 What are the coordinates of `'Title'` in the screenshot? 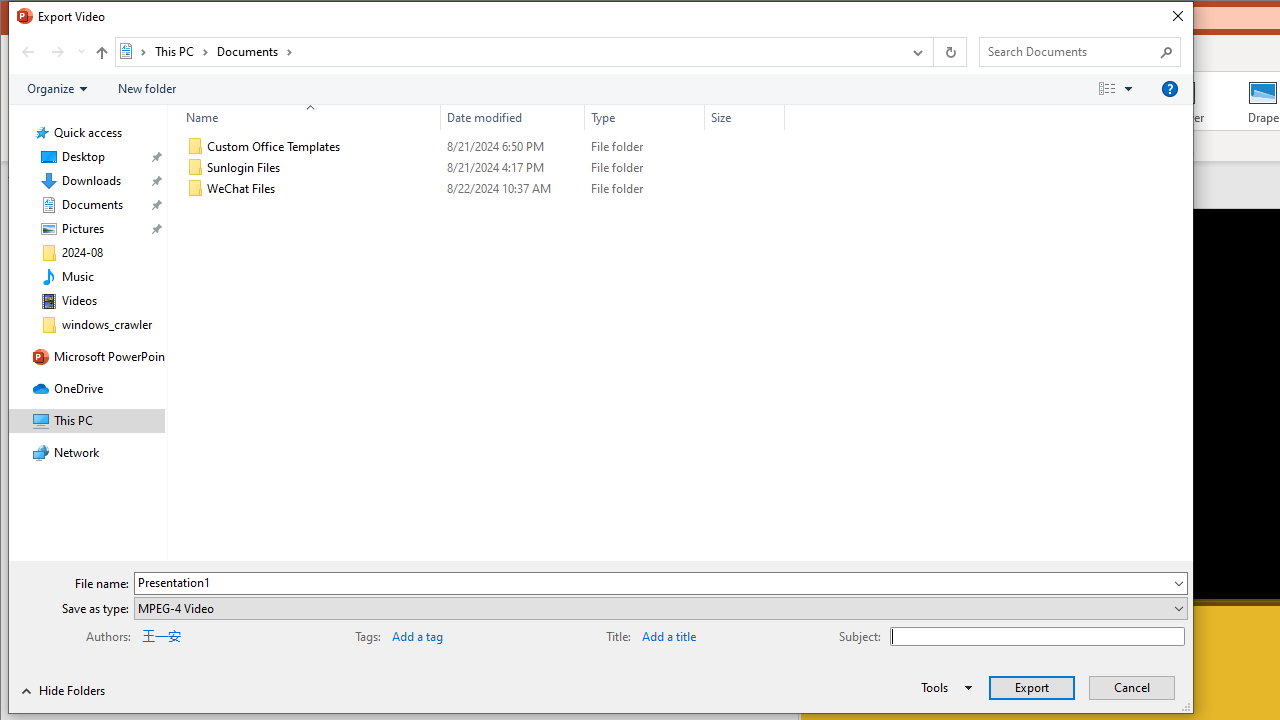 It's located at (705, 634).